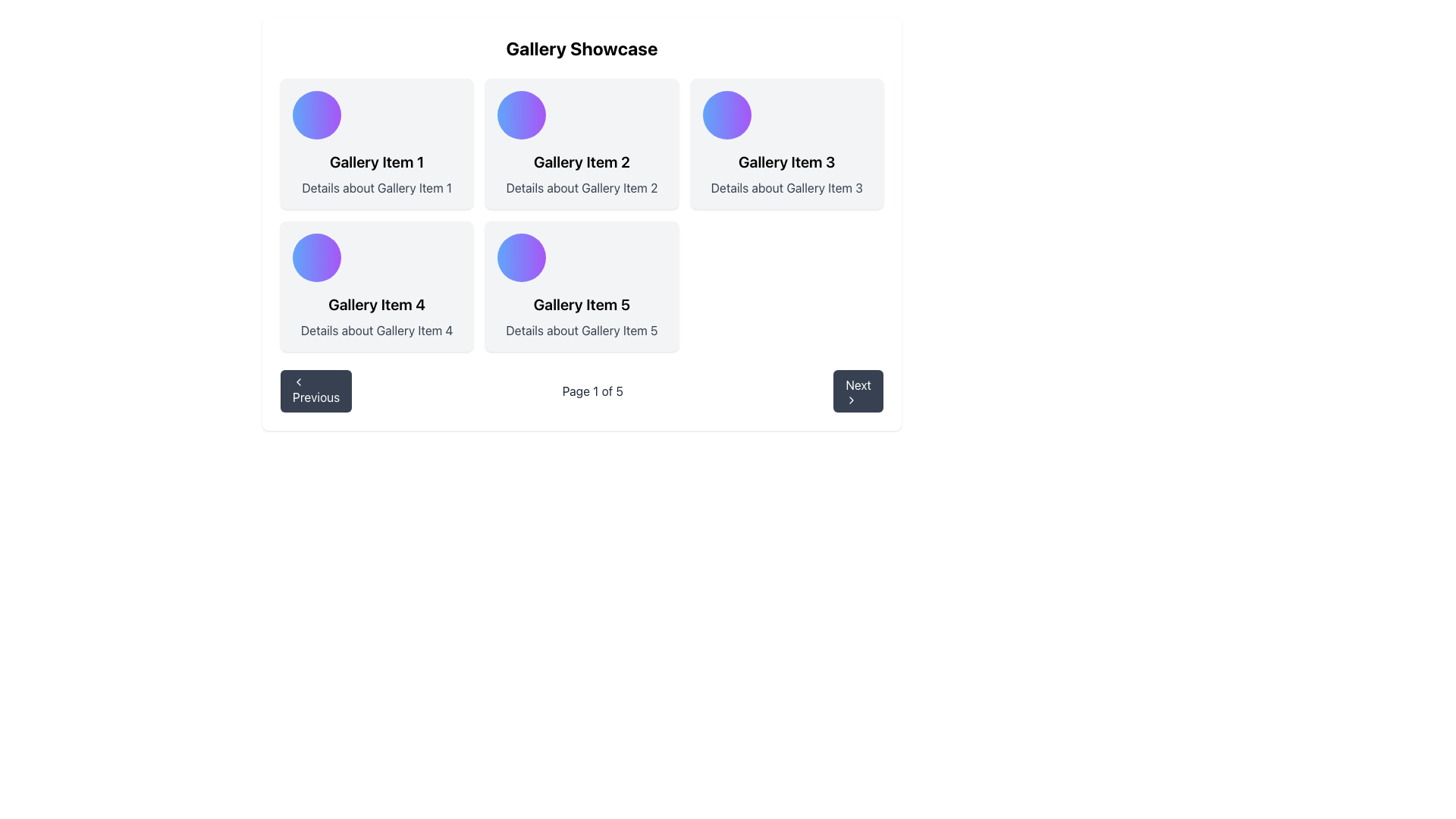 Image resolution: width=1456 pixels, height=819 pixels. What do you see at coordinates (581, 329) in the screenshot?
I see `the static text that displays additional descriptive details about 'Gallery Item 5', positioned centrally at the bottom of the card` at bounding box center [581, 329].